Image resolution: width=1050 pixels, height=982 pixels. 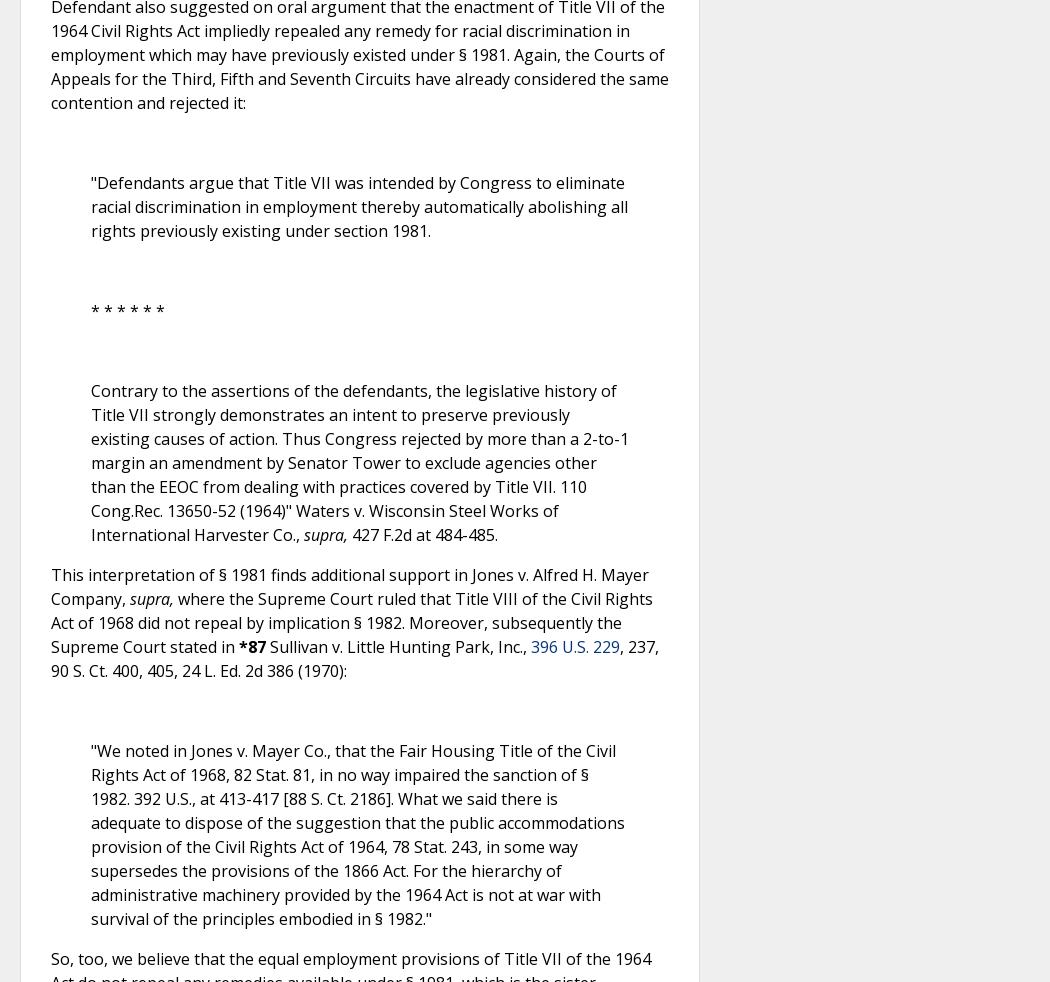 What do you see at coordinates (398, 646) in the screenshot?
I see `'Sullivan v. Little Hunting Park, Inc.,'` at bounding box center [398, 646].